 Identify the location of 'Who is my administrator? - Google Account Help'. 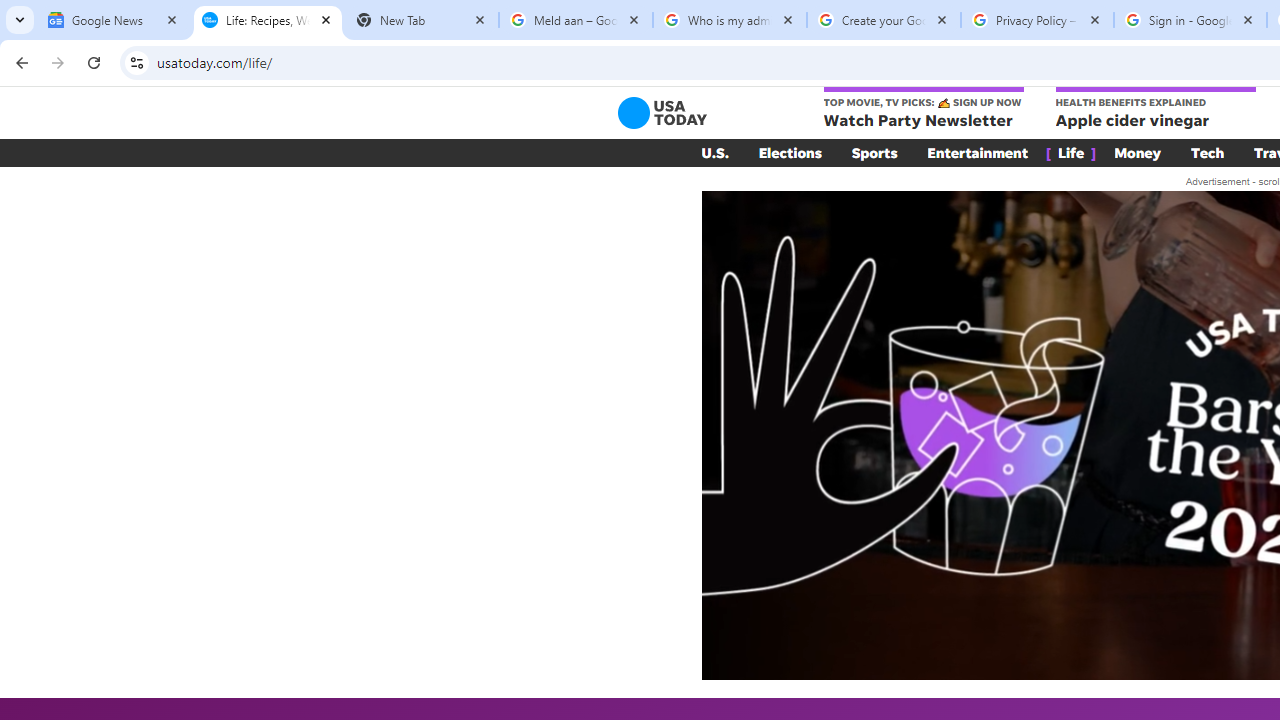
(729, 20).